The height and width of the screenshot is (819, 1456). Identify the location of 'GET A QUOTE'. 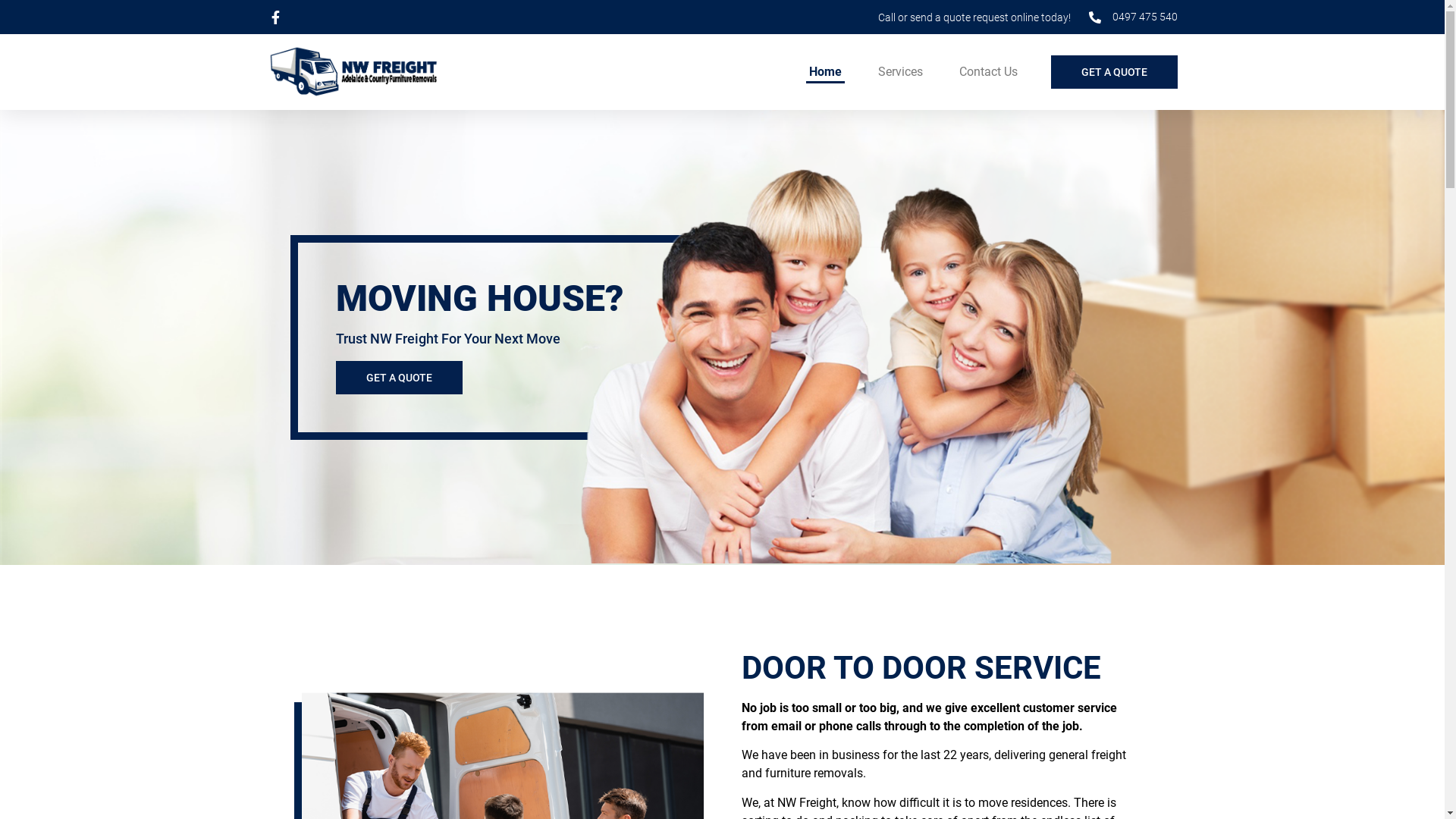
(334, 376).